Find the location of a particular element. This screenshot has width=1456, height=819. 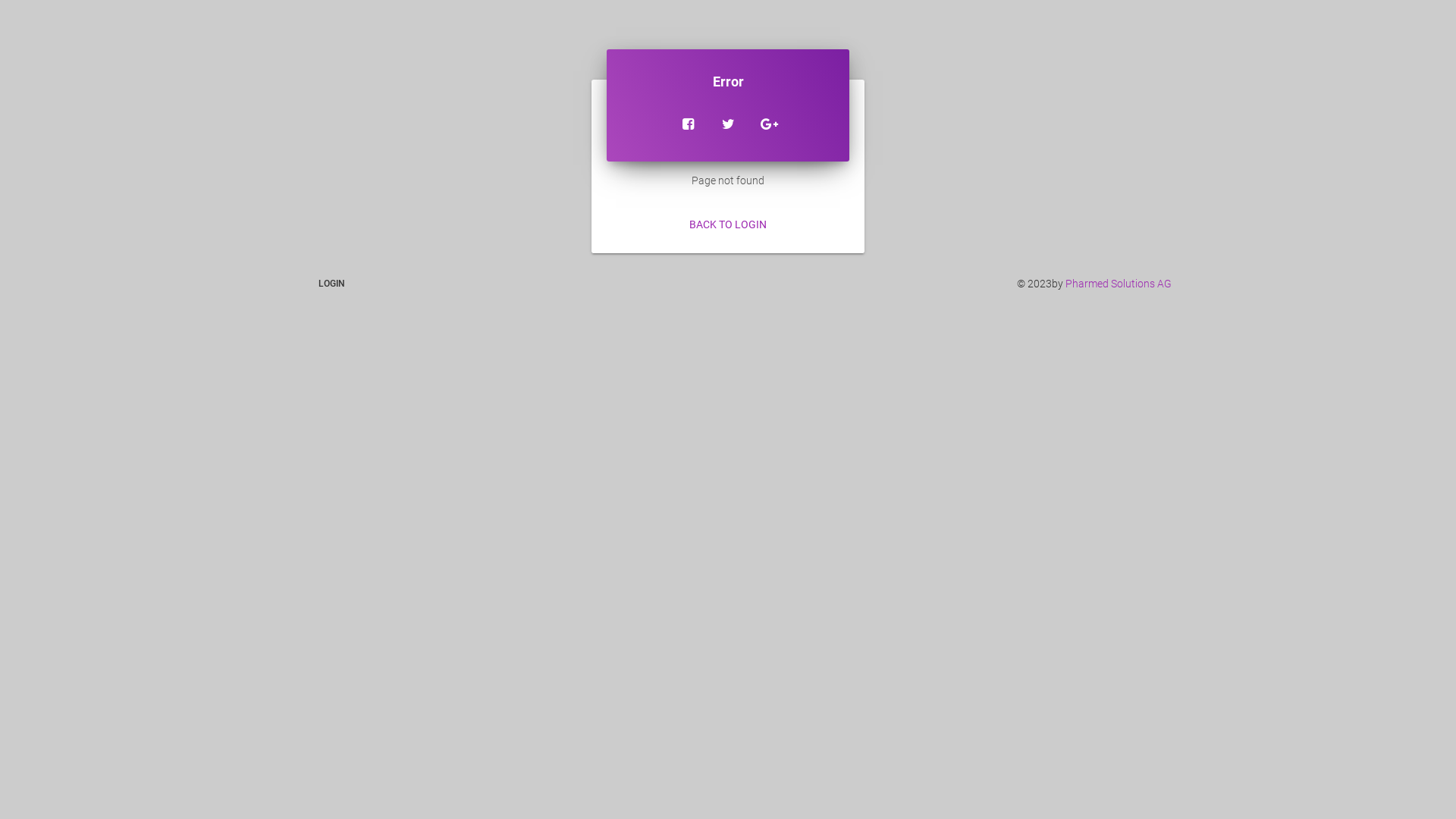

'LOGIN' is located at coordinates (331, 284).